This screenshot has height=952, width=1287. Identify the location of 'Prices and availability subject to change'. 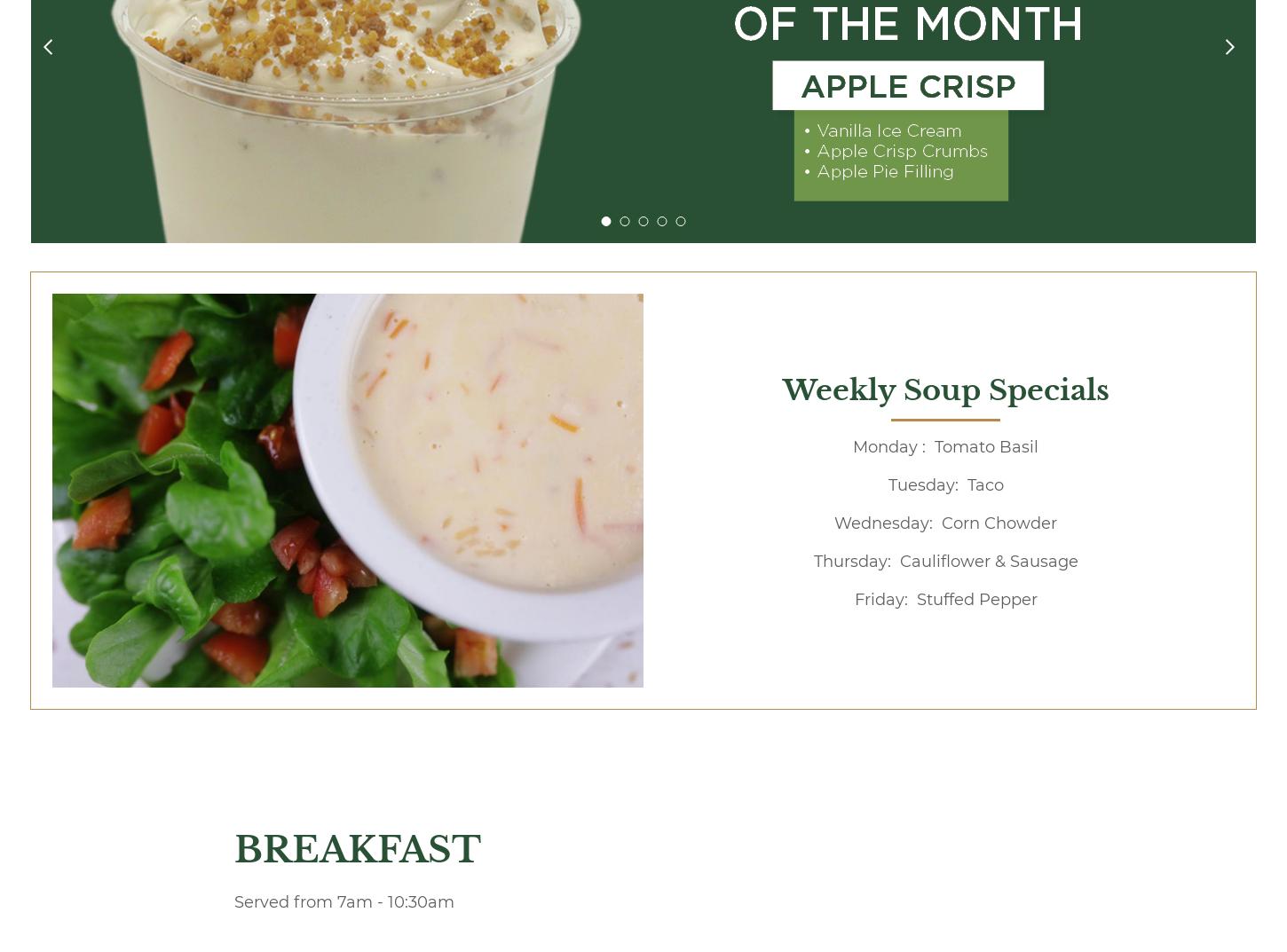
(395, 41).